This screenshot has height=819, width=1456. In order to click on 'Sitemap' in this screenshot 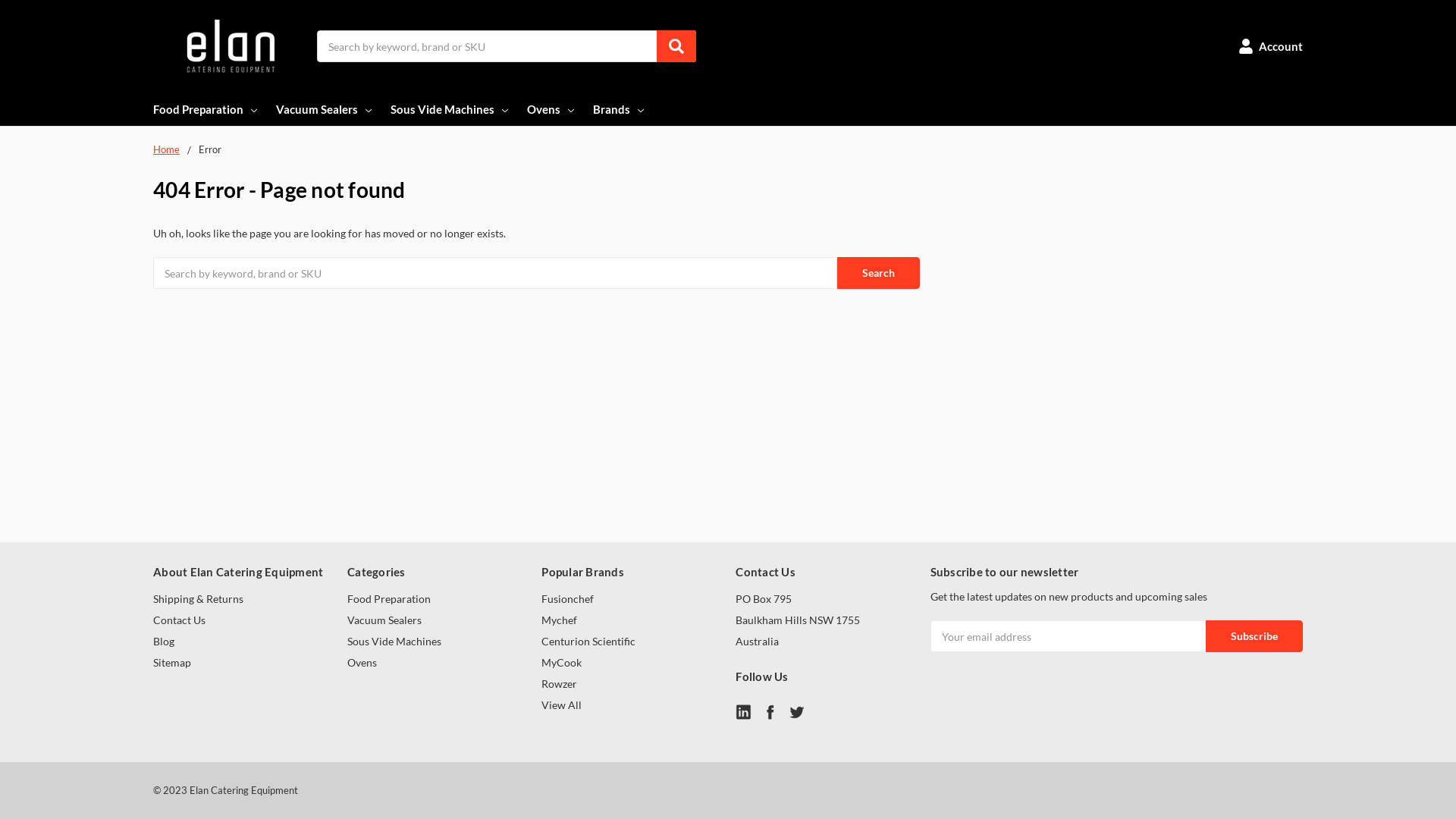, I will do `click(171, 661)`.